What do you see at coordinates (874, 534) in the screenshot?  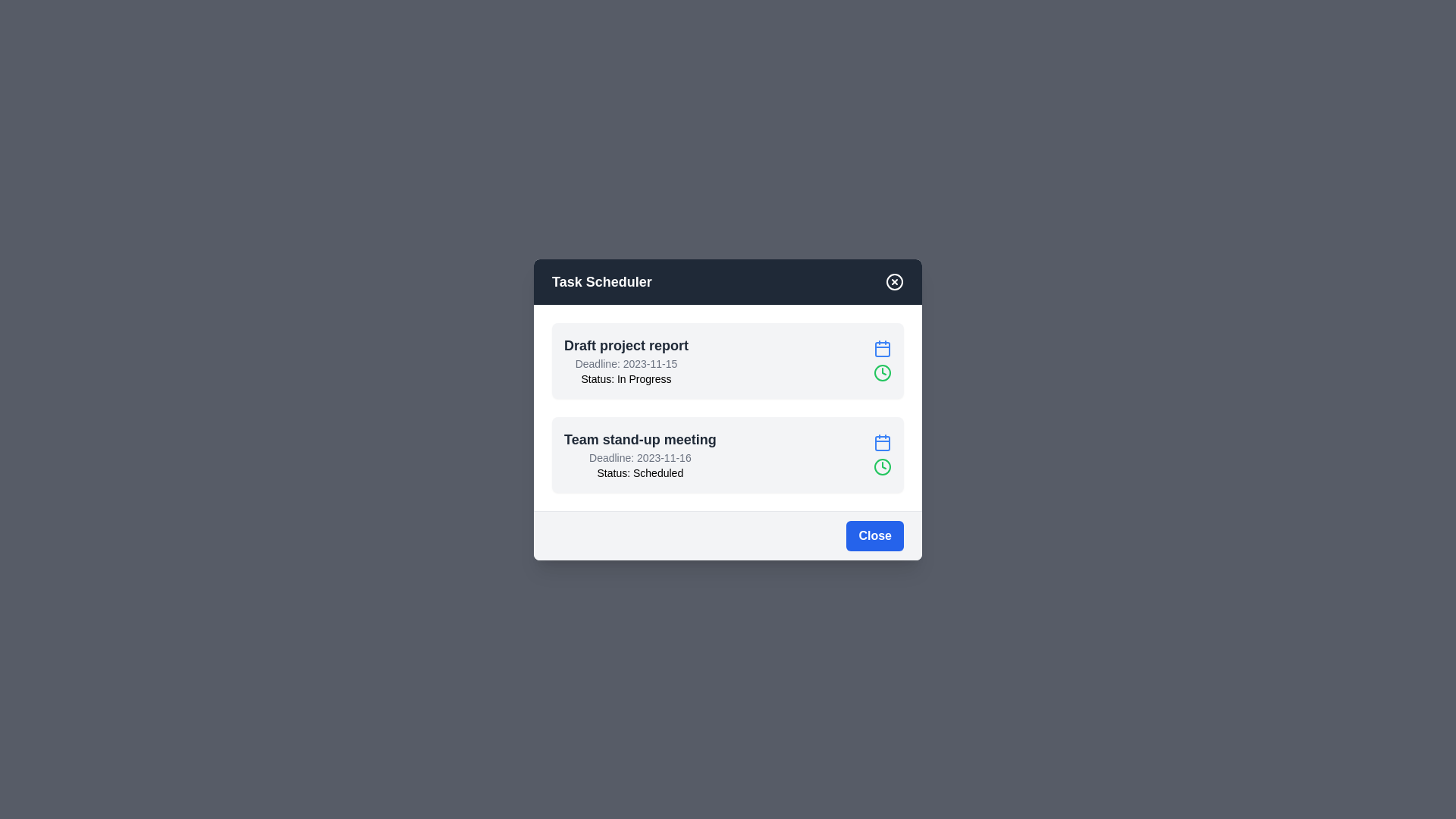 I see `the 'Close' button to close the dialog` at bounding box center [874, 534].